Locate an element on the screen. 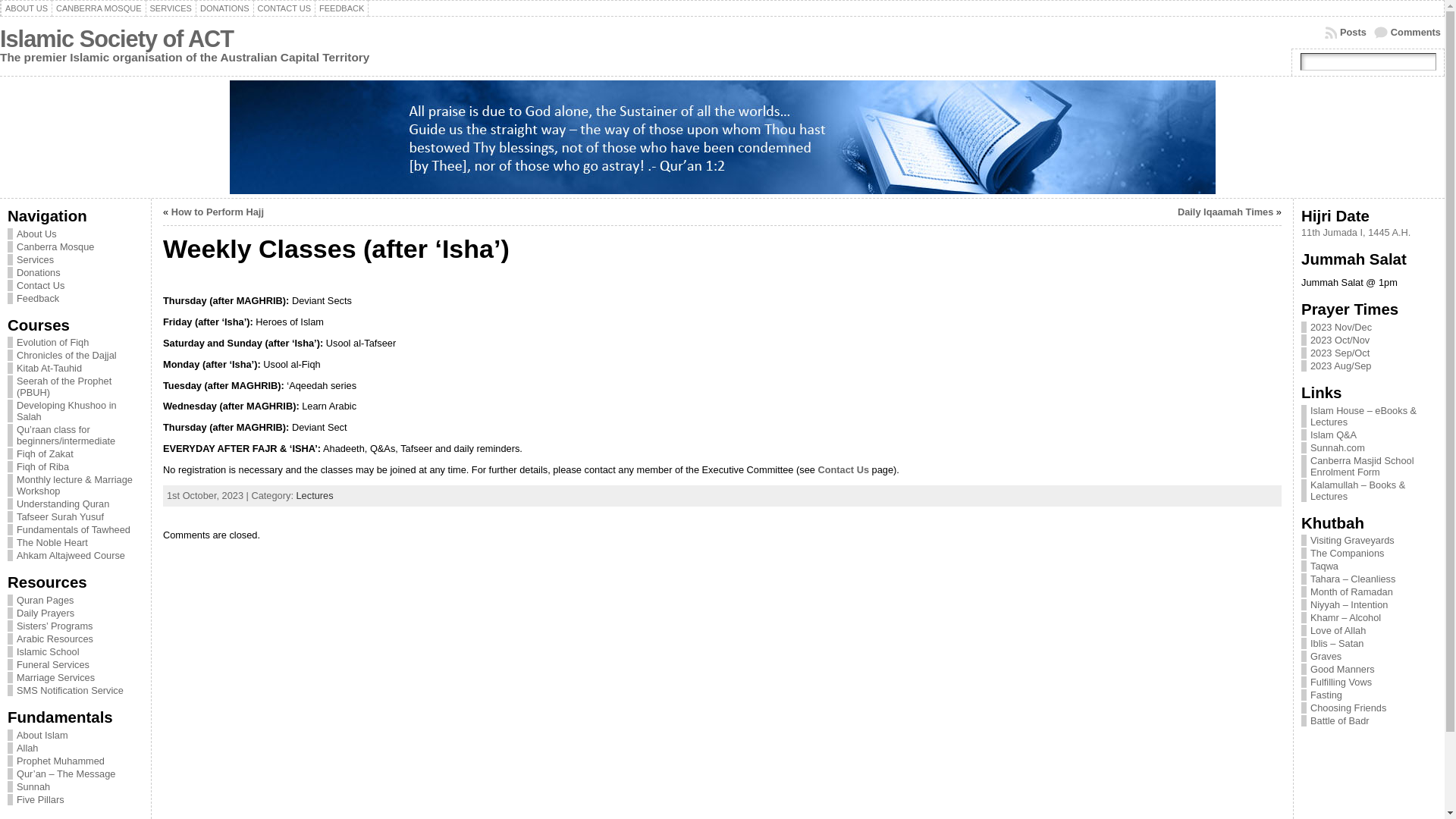  'Developing Khushoo in Salah' is located at coordinates (74, 411).